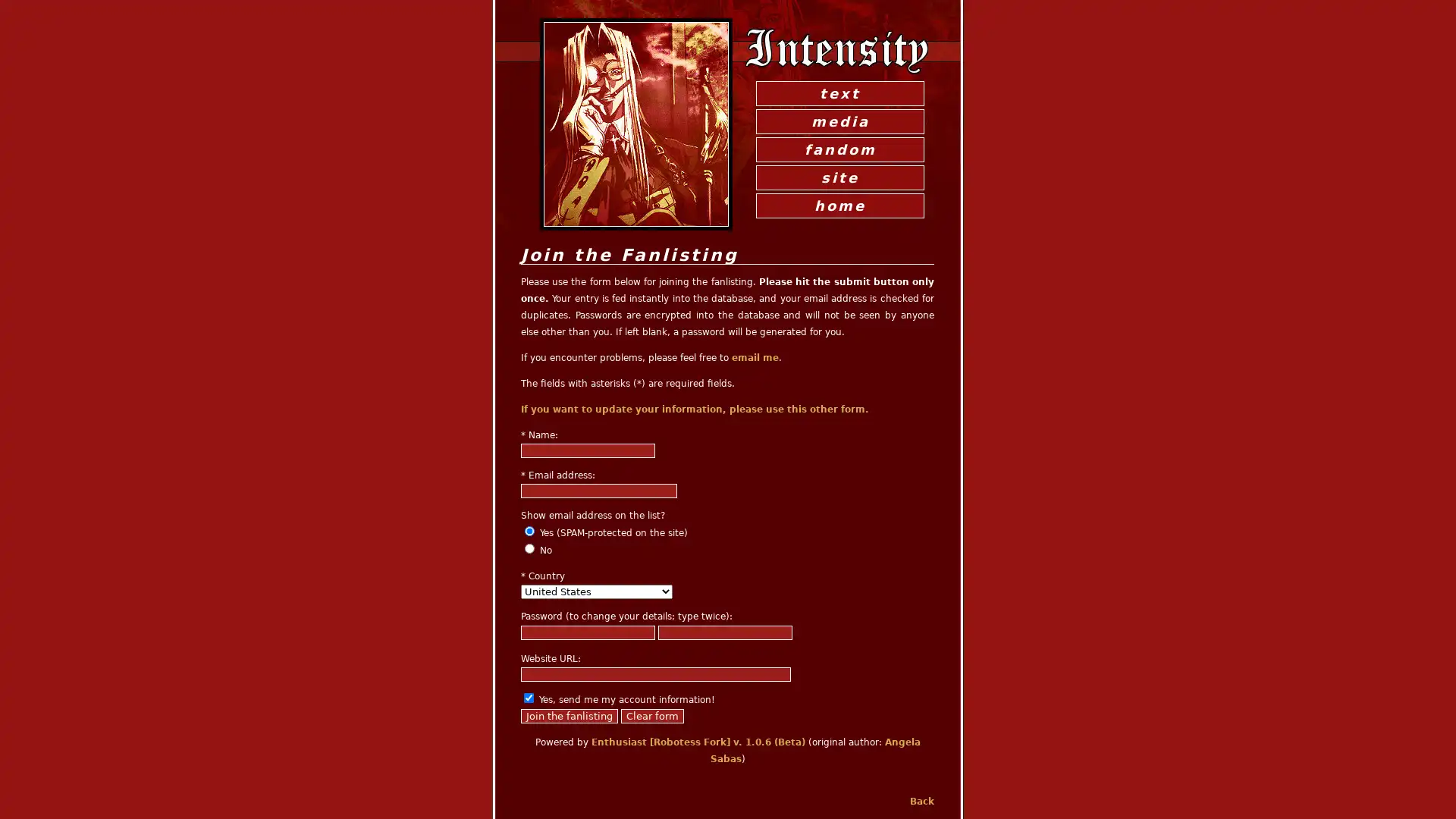 This screenshot has height=819, width=1456. Describe the element at coordinates (568, 716) in the screenshot. I see `Join the fanlisting` at that location.